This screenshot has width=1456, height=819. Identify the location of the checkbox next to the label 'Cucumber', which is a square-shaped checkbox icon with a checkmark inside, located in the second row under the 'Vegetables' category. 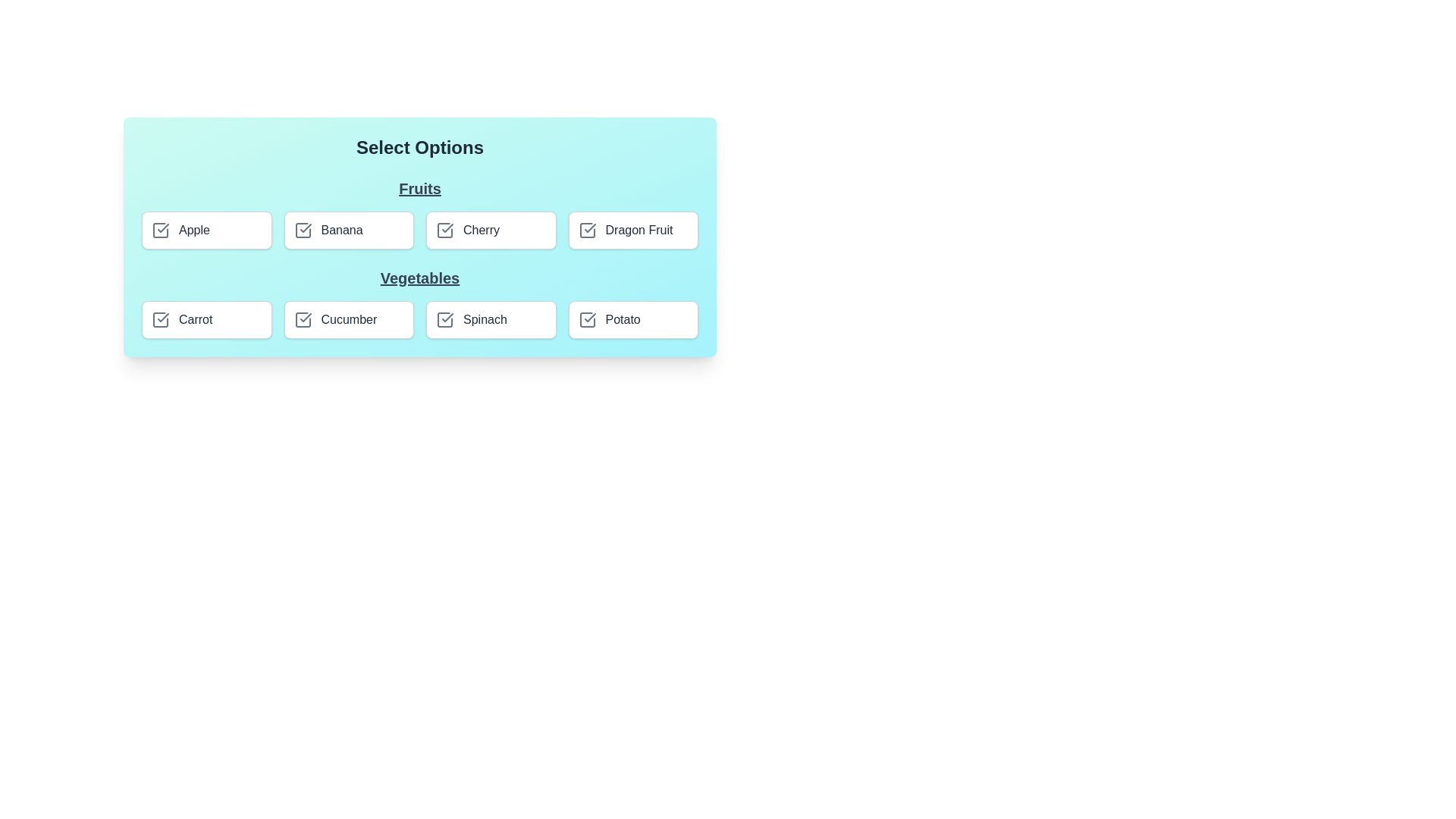
(303, 318).